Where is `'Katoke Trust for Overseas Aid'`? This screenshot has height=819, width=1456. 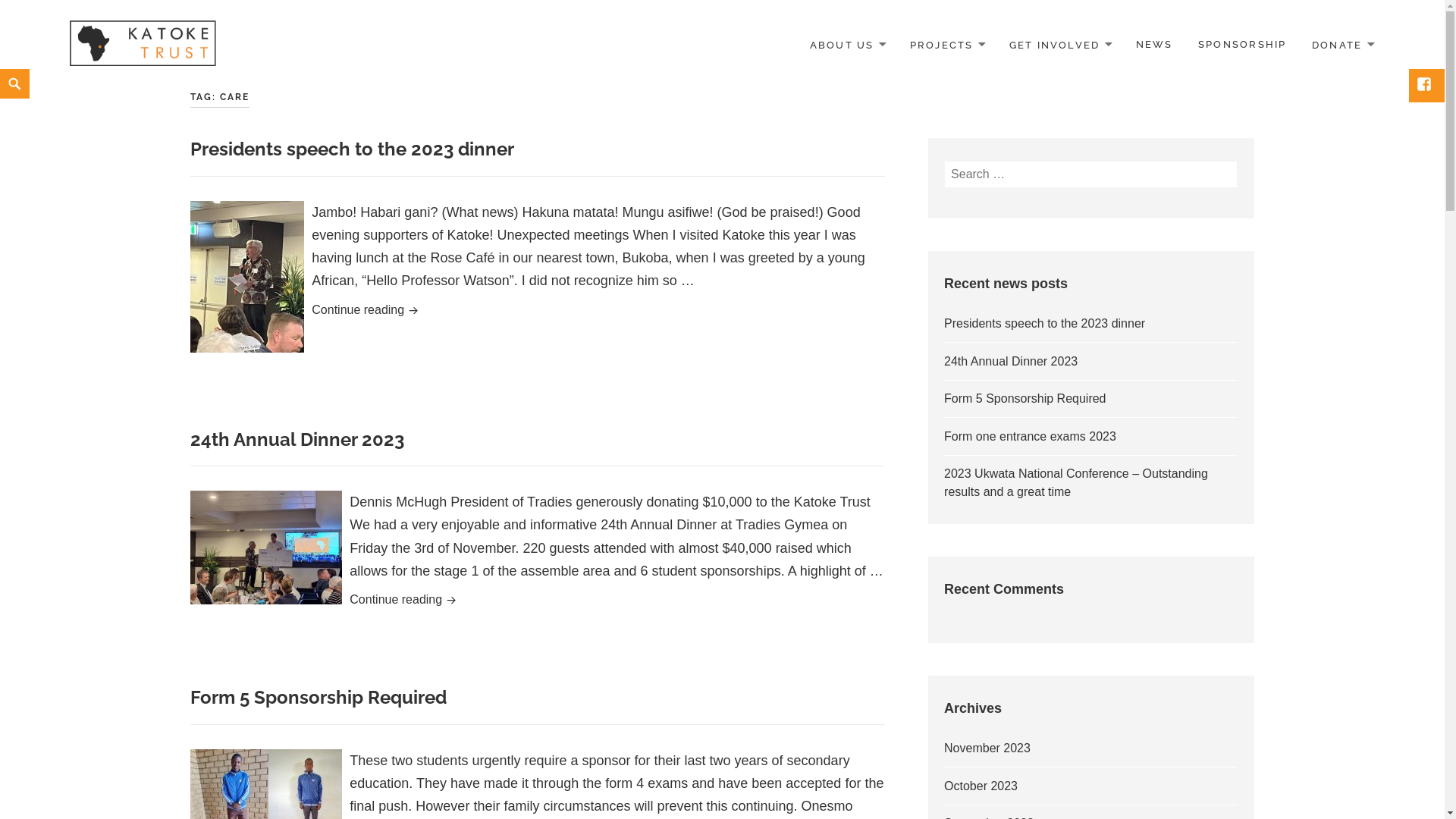 'Katoke Trust for Overseas Aid' is located at coordinates (61, 43).